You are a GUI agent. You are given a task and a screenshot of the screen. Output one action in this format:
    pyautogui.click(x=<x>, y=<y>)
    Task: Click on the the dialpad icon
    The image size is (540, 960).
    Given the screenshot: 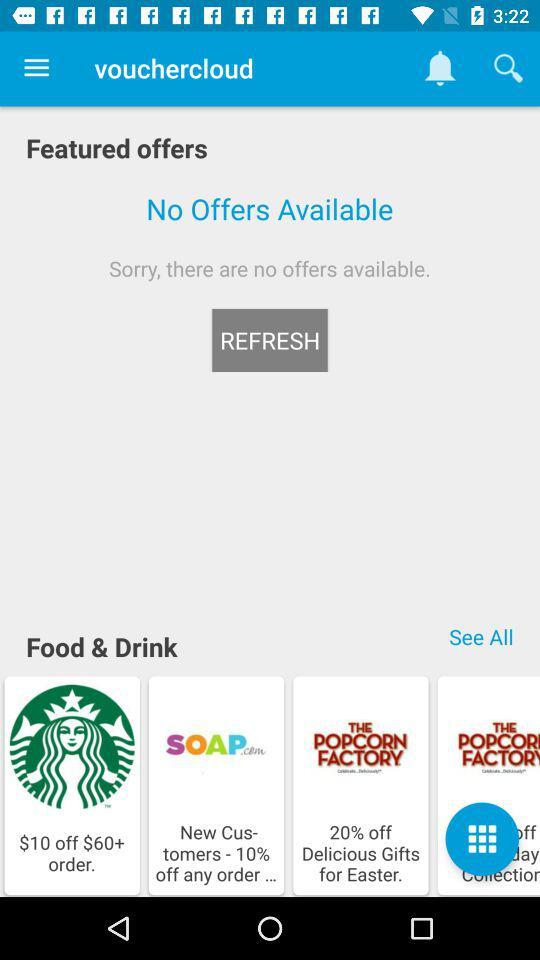 What is the action you would take?
    pyautogui.click(x=481, y=839)
    